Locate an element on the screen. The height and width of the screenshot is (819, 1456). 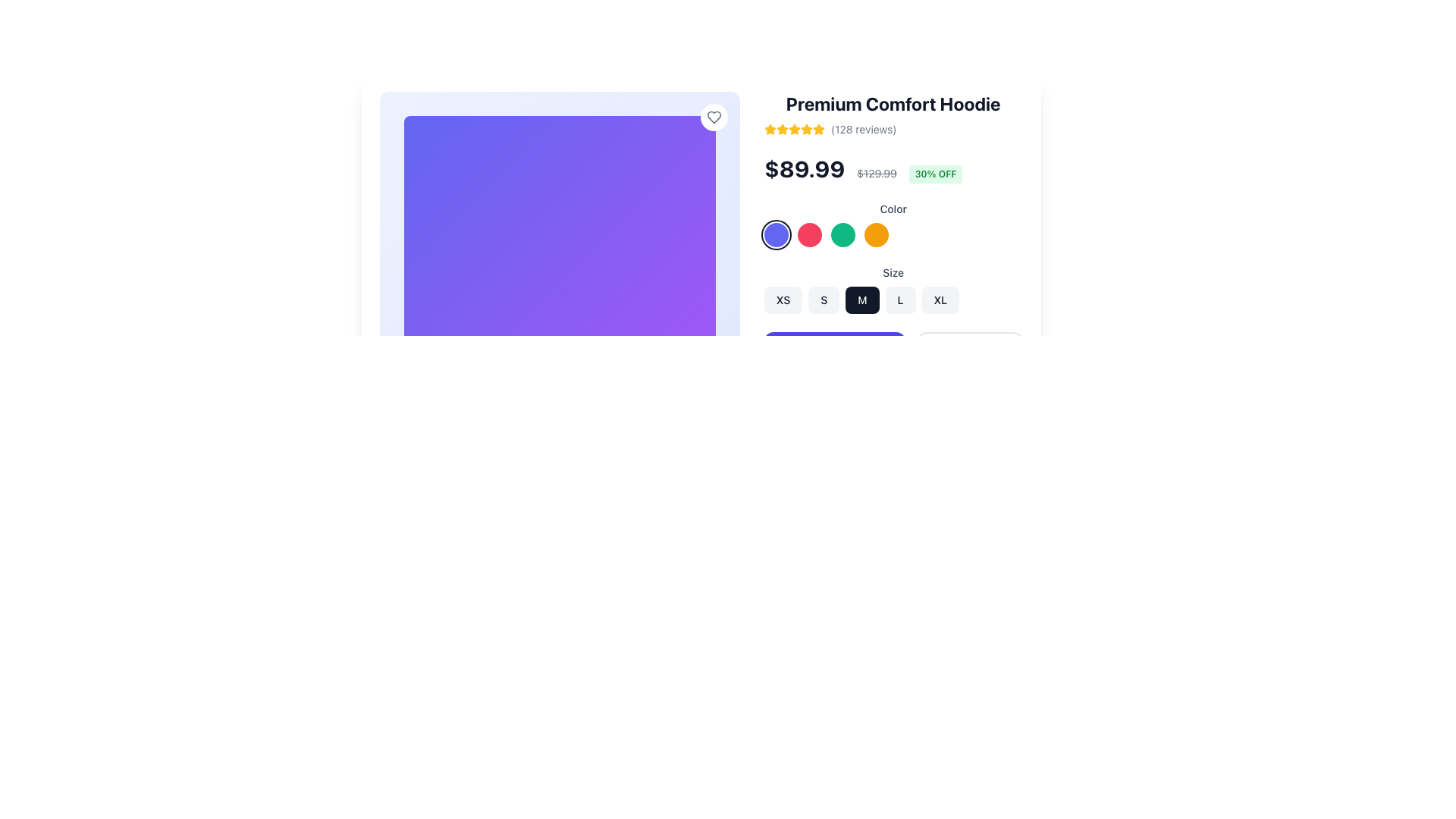
the bold text display showing the price '$89.99', which is prominently styled in a large font size and dark gray color, located centrally within the price segment of the product display is located at coordinates (804, 169).